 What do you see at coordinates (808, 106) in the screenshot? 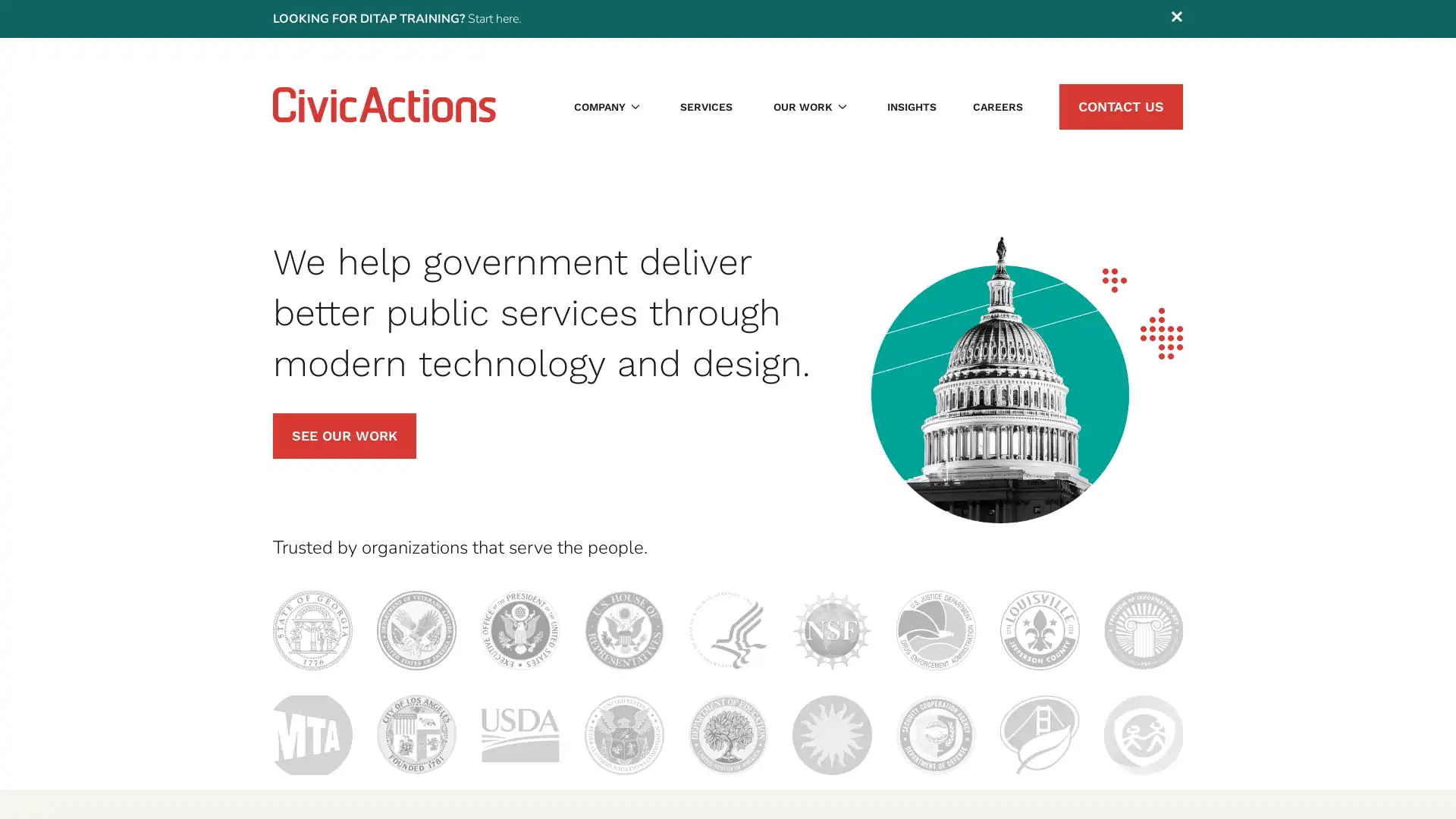
I see `OUR WORK` at bounding box center [808, 106].